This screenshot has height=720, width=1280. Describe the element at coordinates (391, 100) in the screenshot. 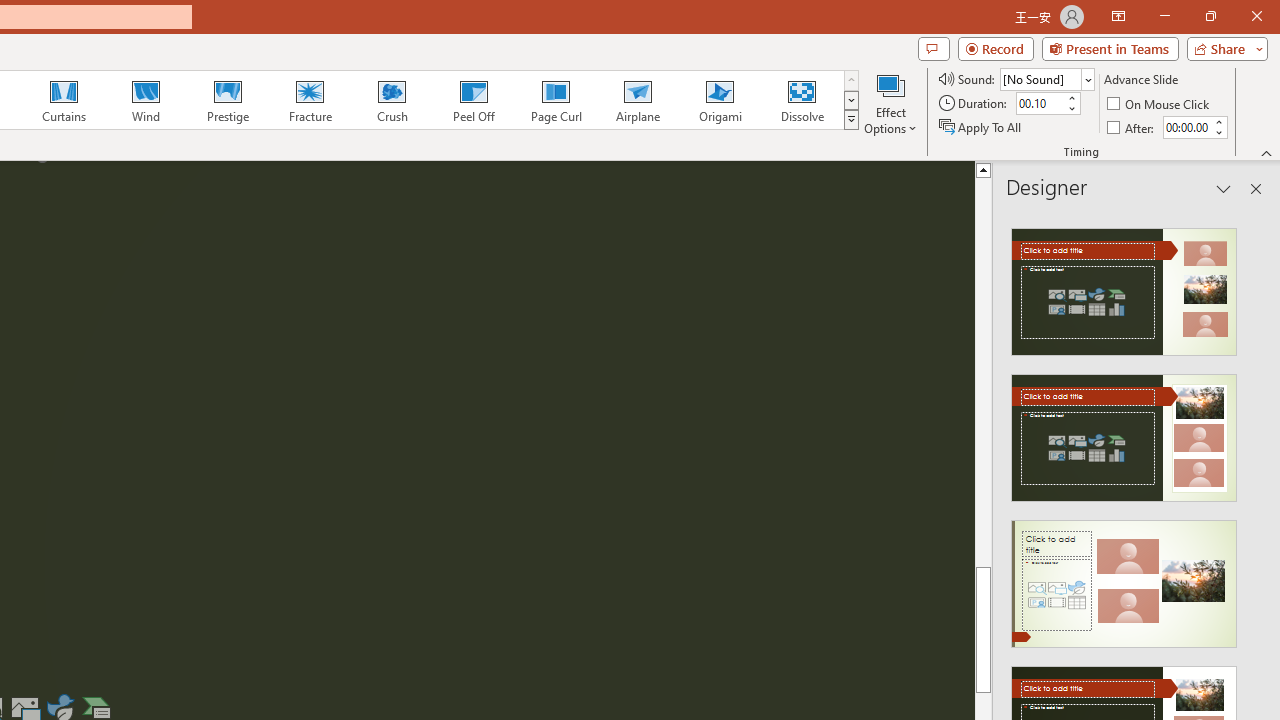

I see `'Crush'` at that location.